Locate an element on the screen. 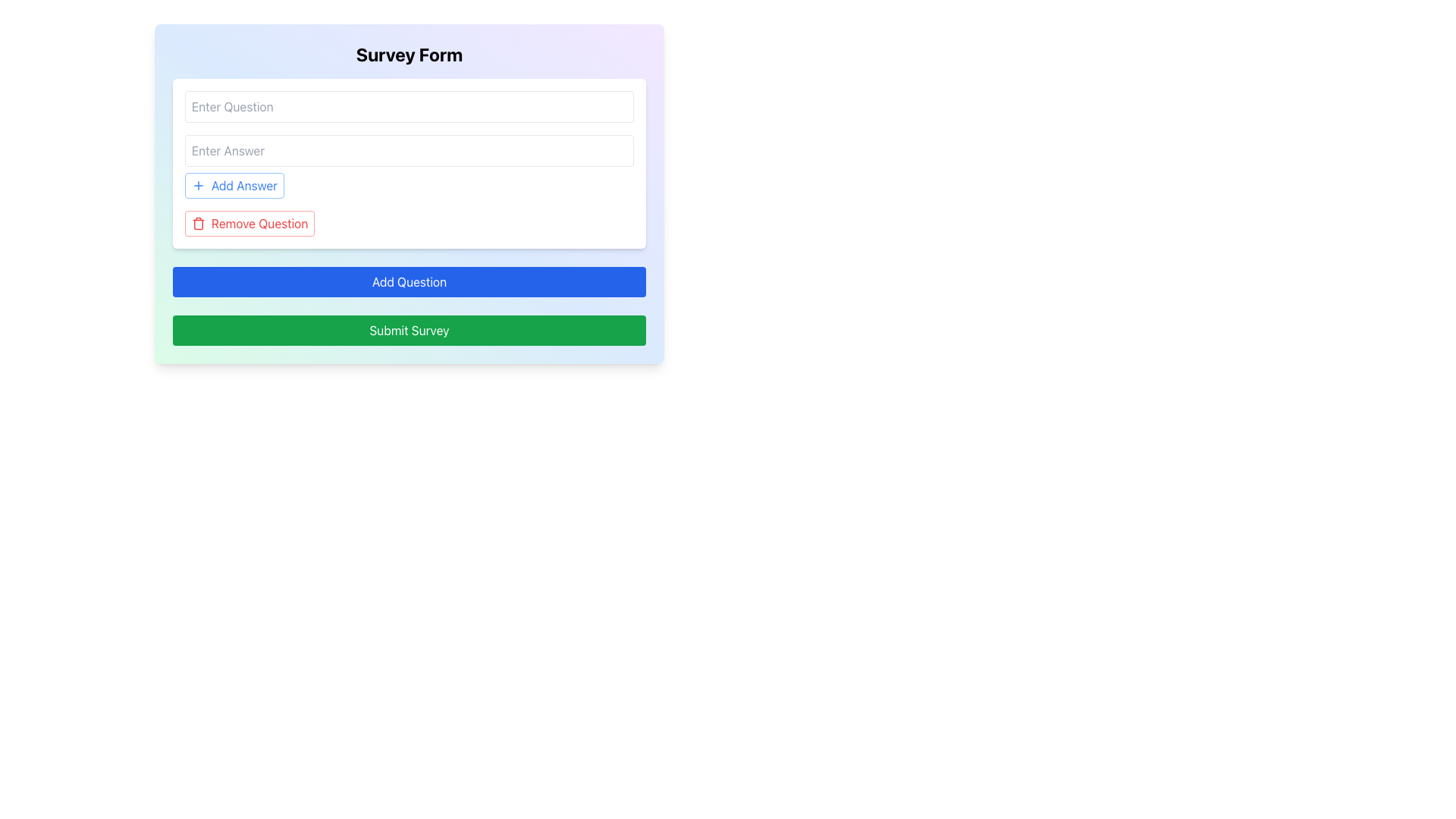 The width and height of the screenshot is (1456, 819). the green rectangular button labeled 'Submit Survey' for accessibility navigation is located at coordinates (409, 329).